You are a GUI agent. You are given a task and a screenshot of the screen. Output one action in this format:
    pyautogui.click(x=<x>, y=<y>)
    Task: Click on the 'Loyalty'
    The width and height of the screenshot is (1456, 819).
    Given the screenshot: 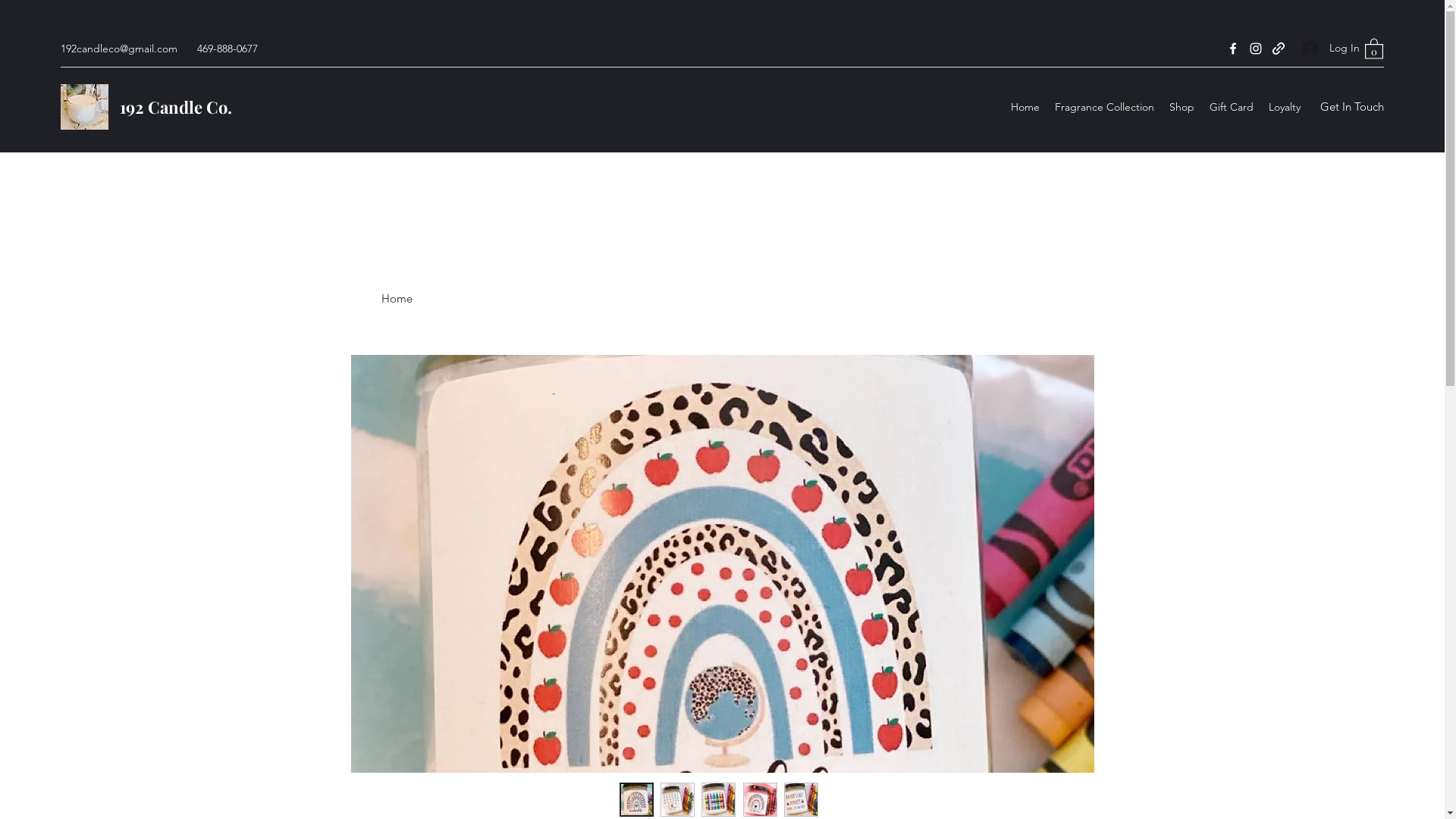 What is the action you would take?
    pyautogui.click(x=1284, y=106)
    